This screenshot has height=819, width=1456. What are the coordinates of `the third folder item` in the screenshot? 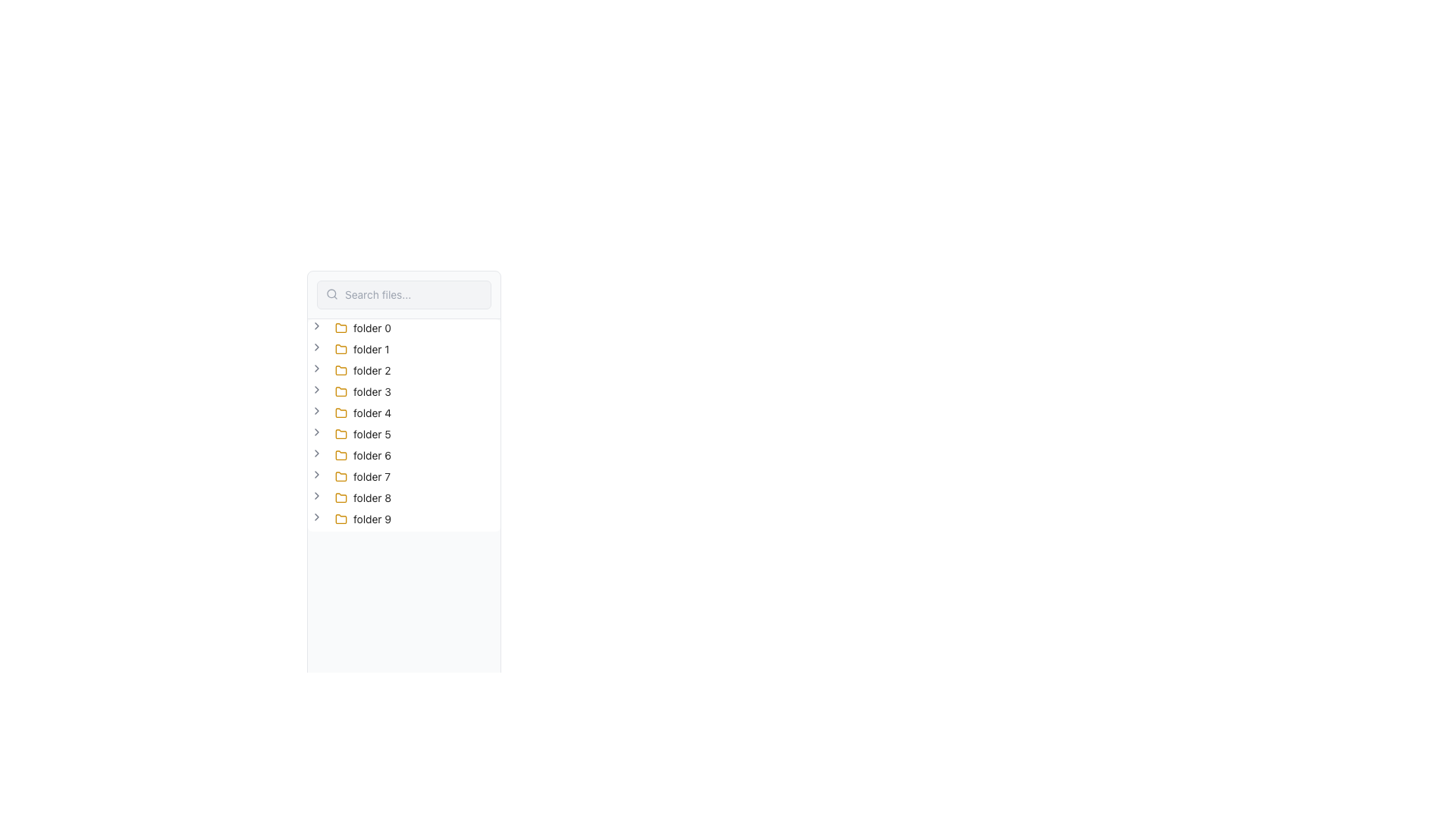 It's located at (362, 371).